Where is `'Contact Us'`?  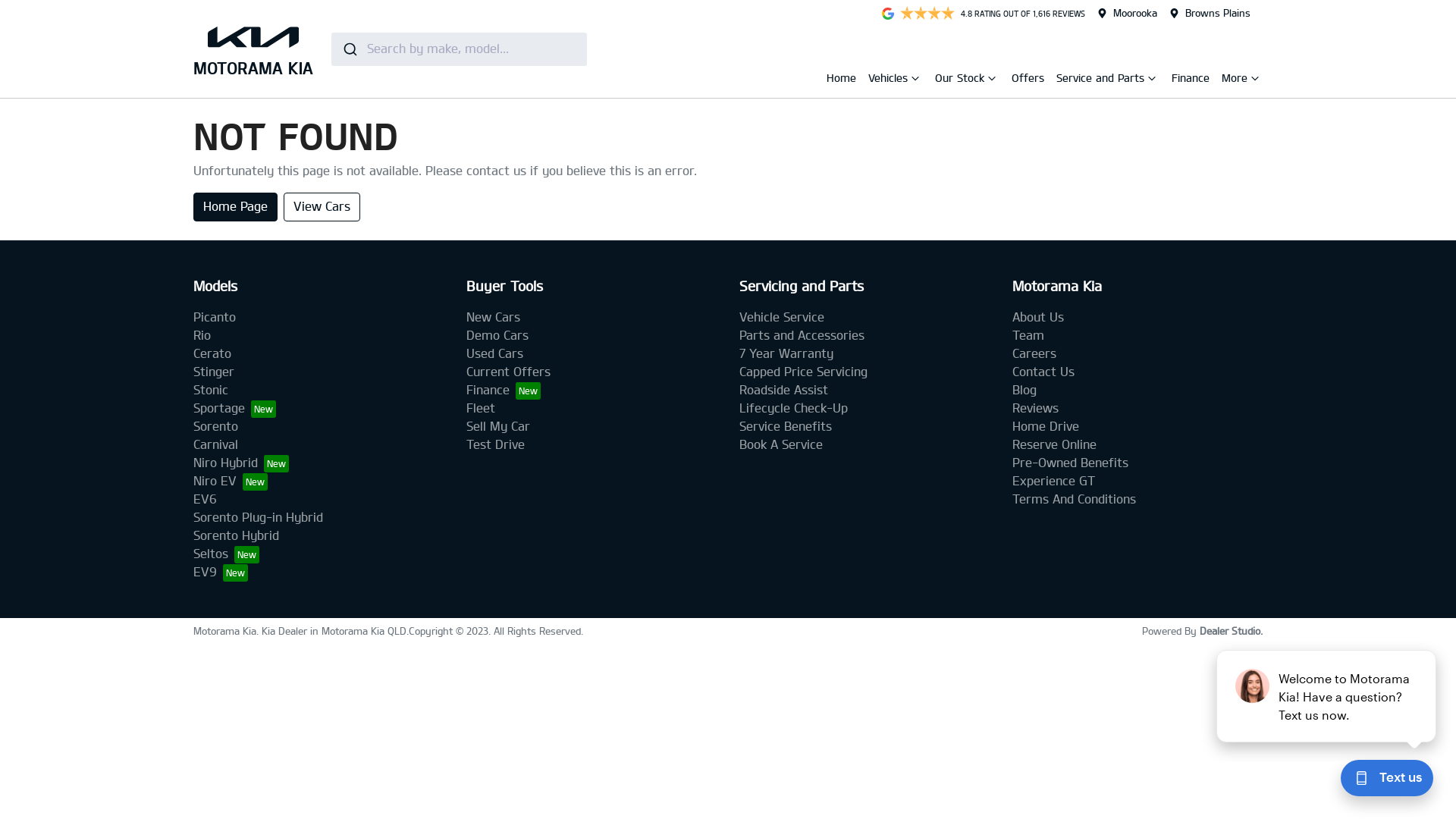
'Contact Us' is located at coordinates (1043, 372).